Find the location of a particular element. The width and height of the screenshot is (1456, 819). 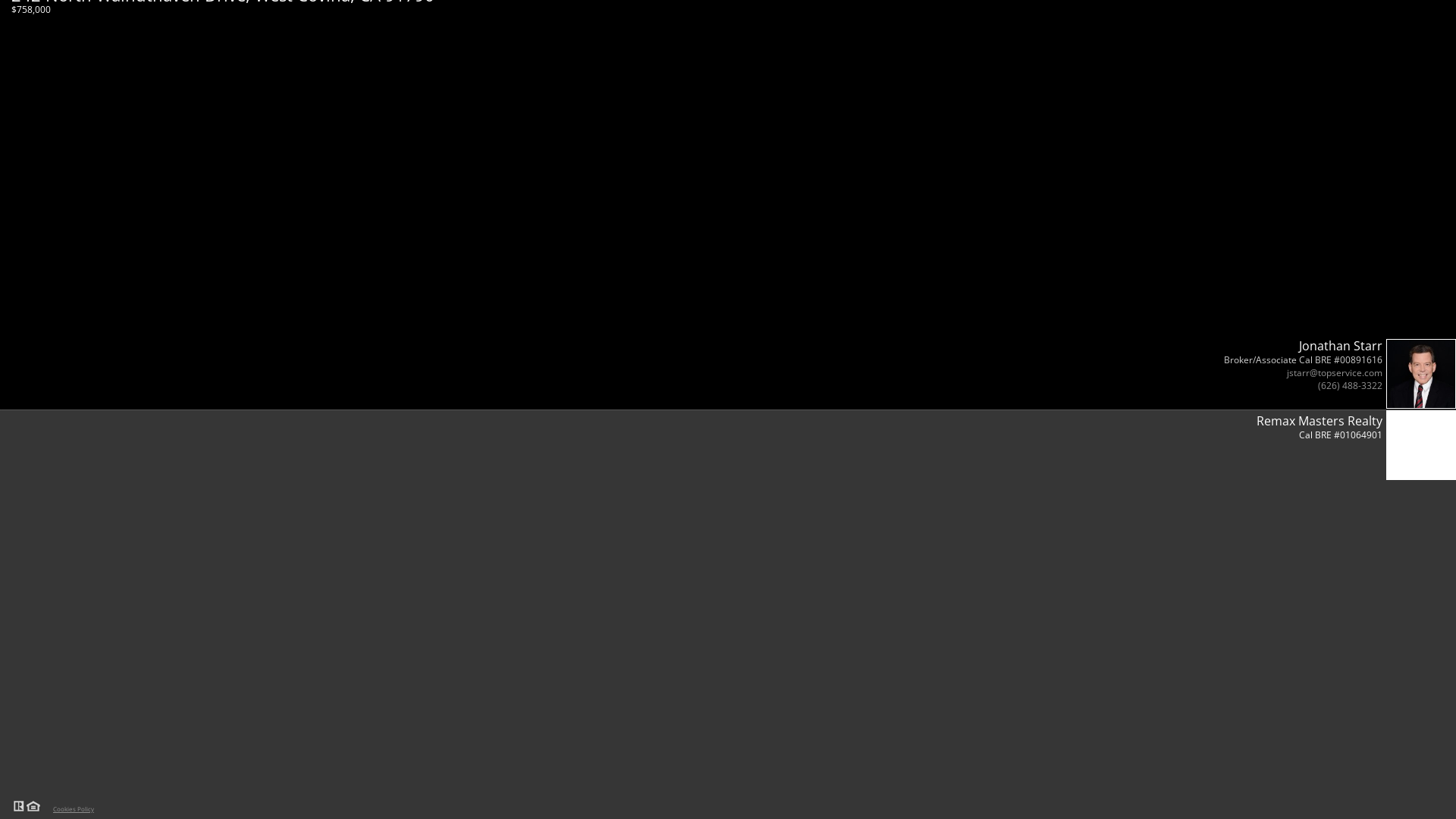

'jstarr@topservice.com' is located at coordinates (1335, 372).